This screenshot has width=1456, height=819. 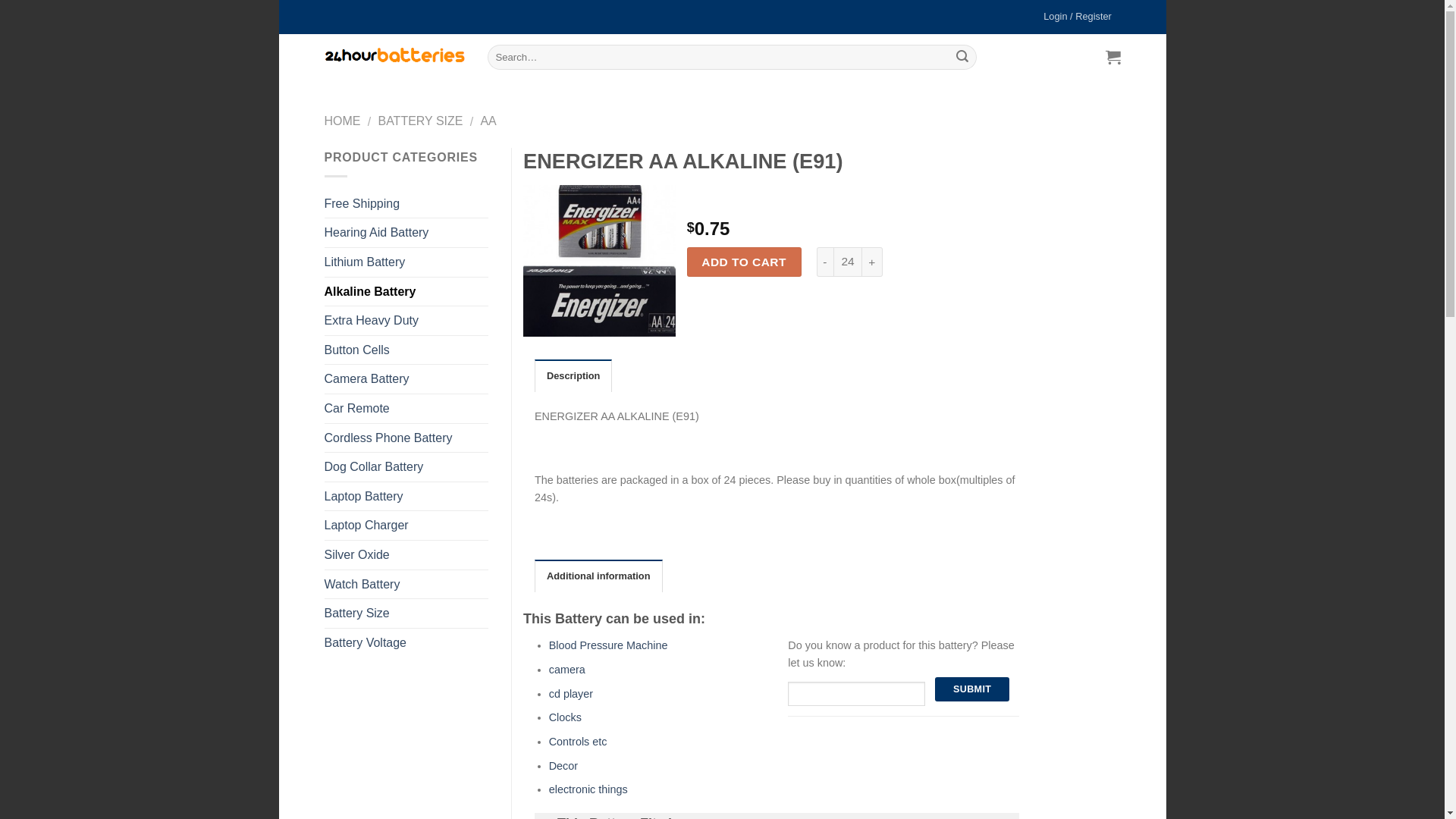 What do you see at coordinates (406, 292) in the screenshot?
I see `'Alkaline Battery'` at bounding box center [406, 292].